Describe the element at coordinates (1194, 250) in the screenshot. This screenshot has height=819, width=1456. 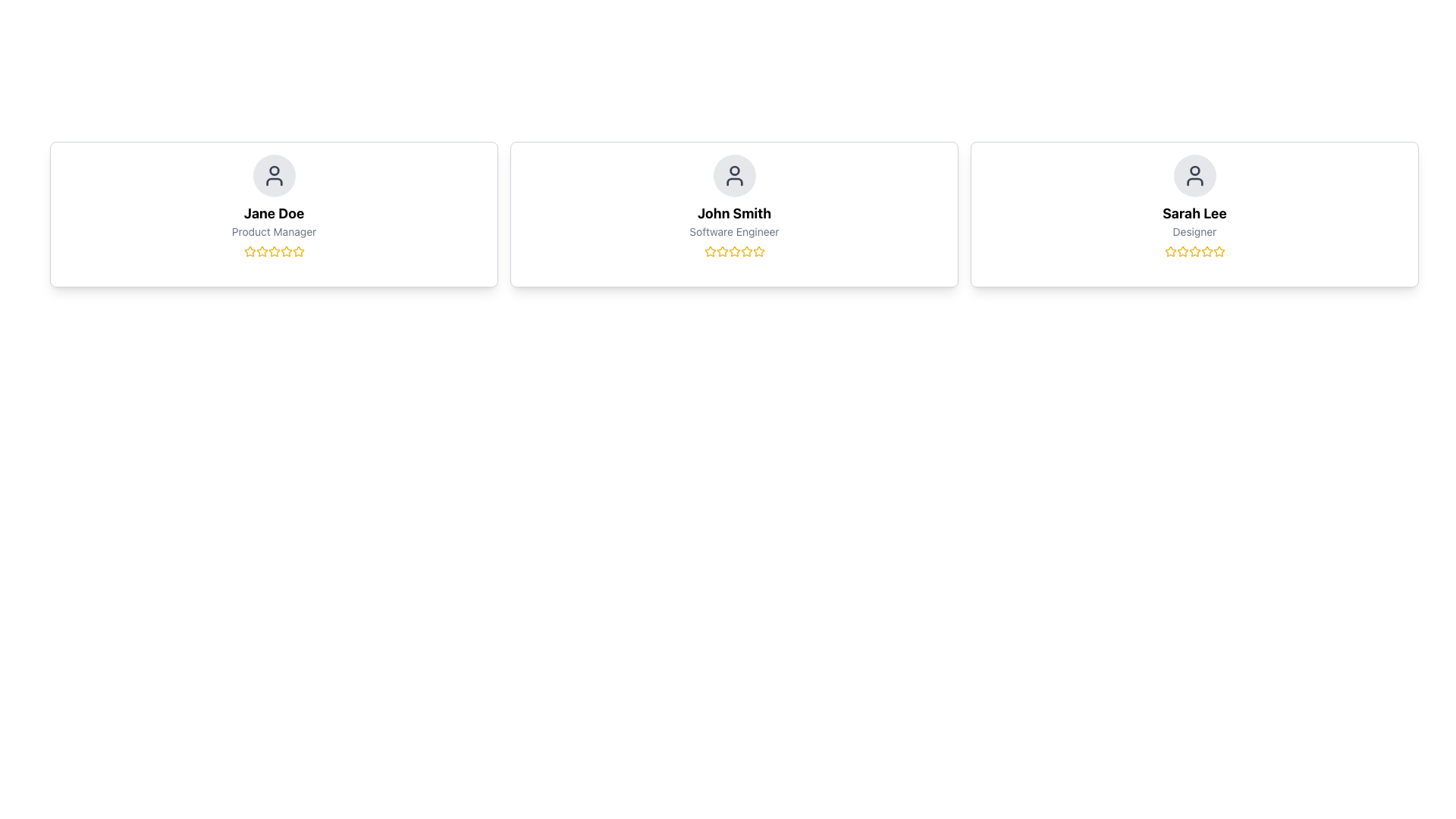
I see `the fourth star icon in the rating section of Sarah Lee's profile` at that location.